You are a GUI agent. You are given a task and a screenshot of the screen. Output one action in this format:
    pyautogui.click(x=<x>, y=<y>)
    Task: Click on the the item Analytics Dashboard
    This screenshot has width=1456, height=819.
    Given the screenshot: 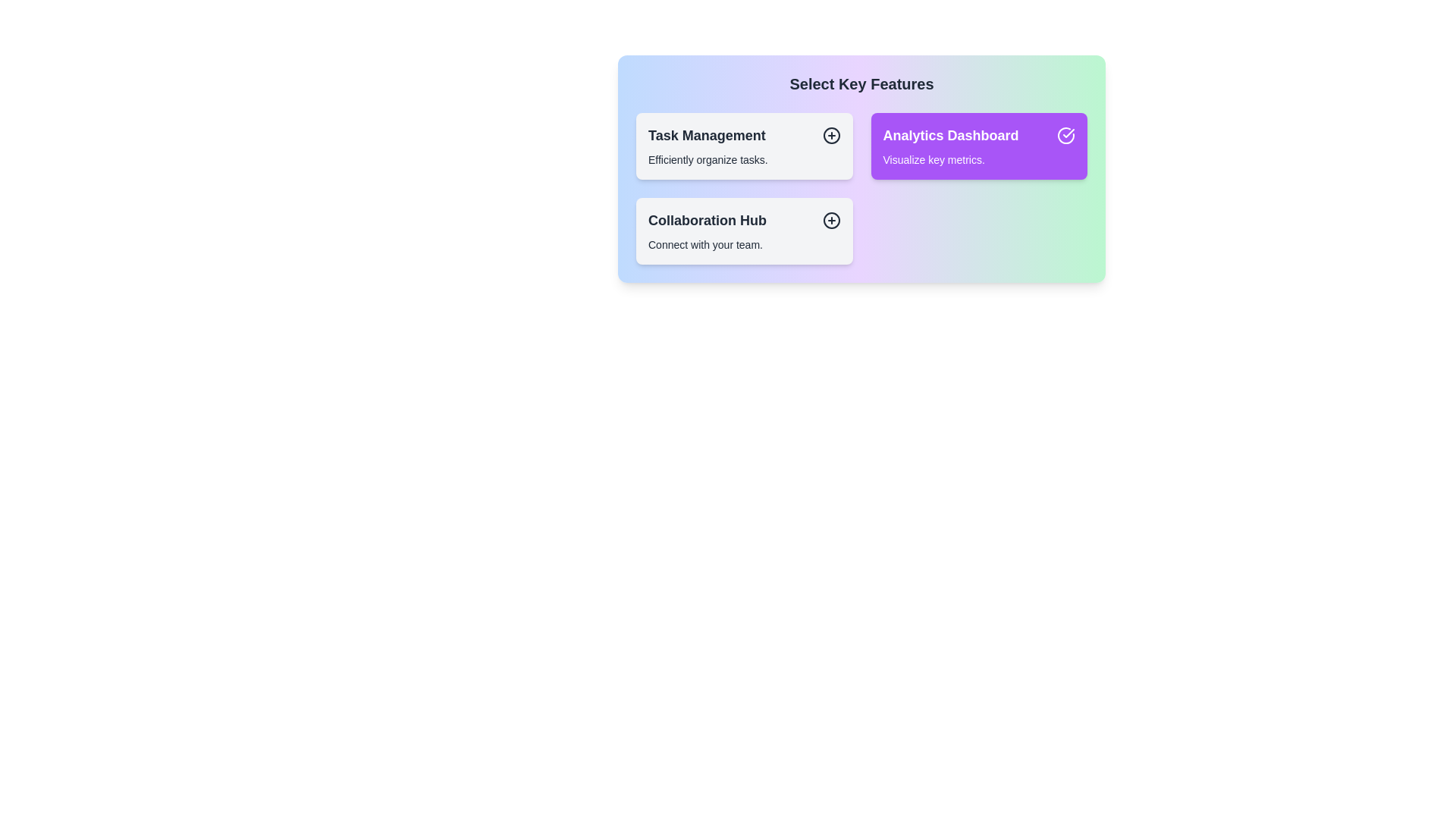 What is the action you would take?
    pyautogui.click(x=979, y=146)
    